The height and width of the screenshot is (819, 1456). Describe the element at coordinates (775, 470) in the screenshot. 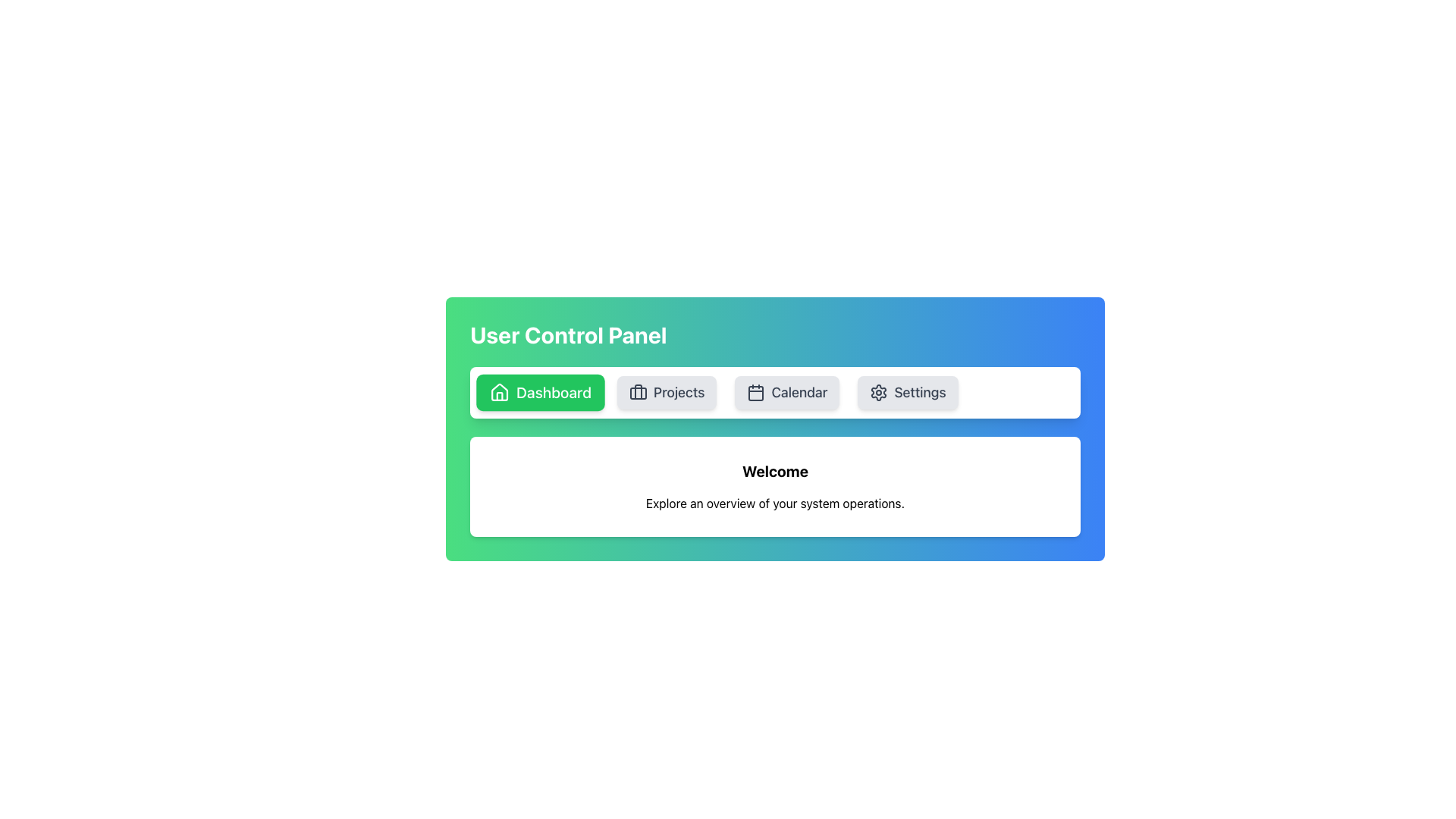

I see `text label displaying 'Welcome' which is bold, large, and positioned at the top of the panel just below the navigation bar` at that location.